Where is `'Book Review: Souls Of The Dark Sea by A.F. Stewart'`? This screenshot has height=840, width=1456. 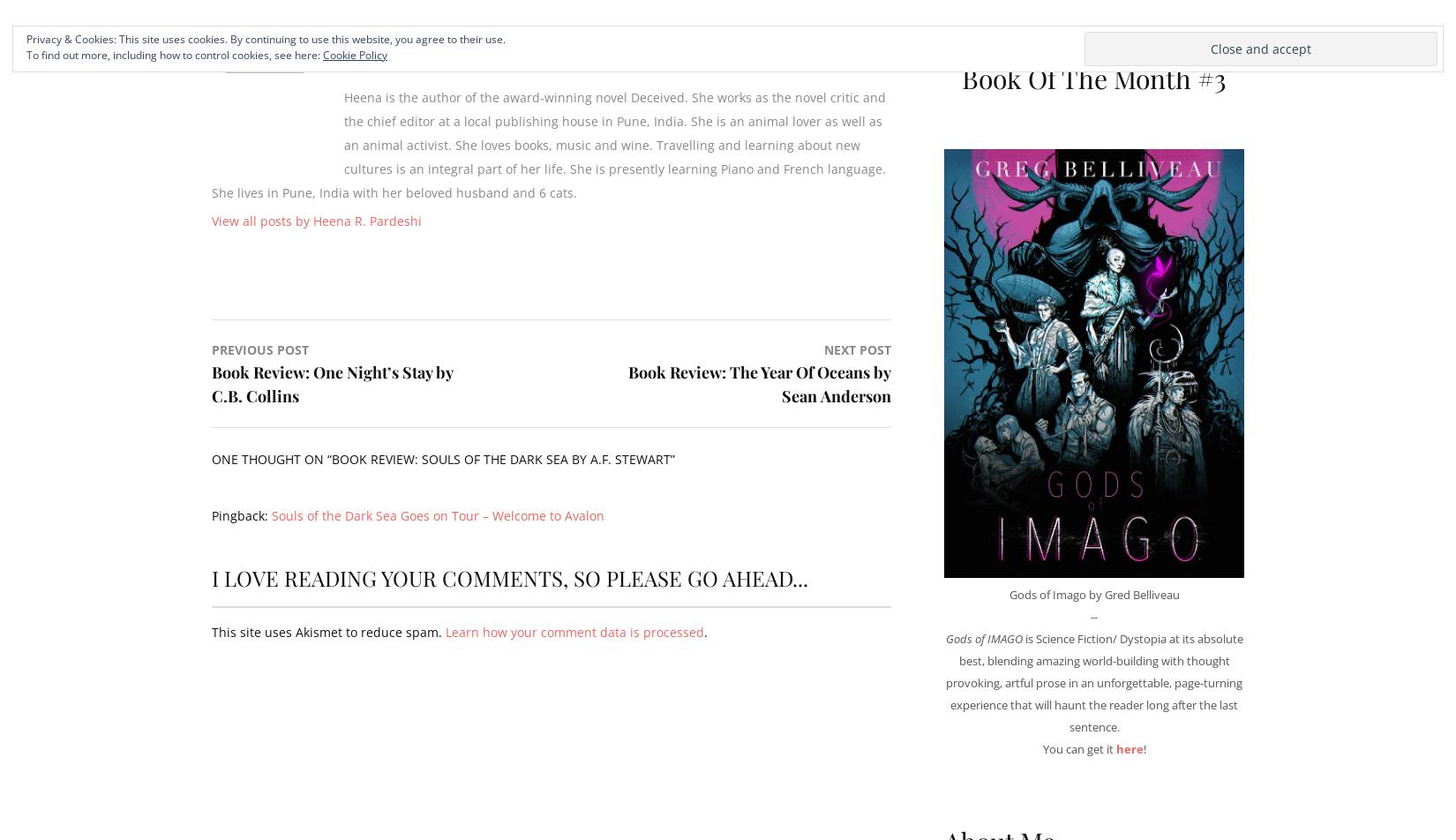
'Book Review: Souls Of The Dark Sea by A.F. Stewart' is located at coordinates (499, 458).